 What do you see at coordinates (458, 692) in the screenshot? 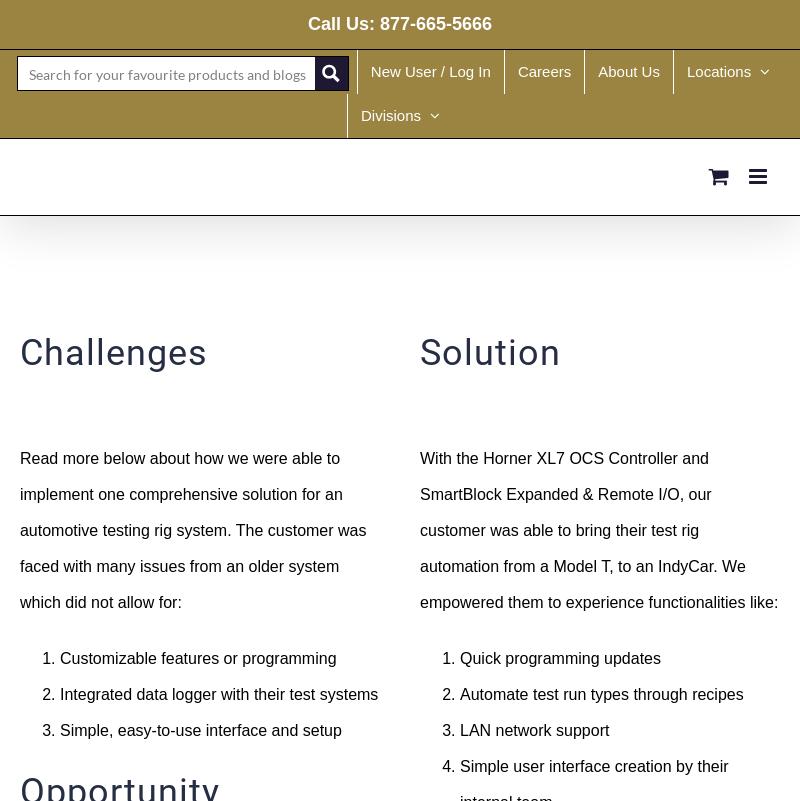
I see `'Automate test run types through recipes'` at bounding box center [458, 692].